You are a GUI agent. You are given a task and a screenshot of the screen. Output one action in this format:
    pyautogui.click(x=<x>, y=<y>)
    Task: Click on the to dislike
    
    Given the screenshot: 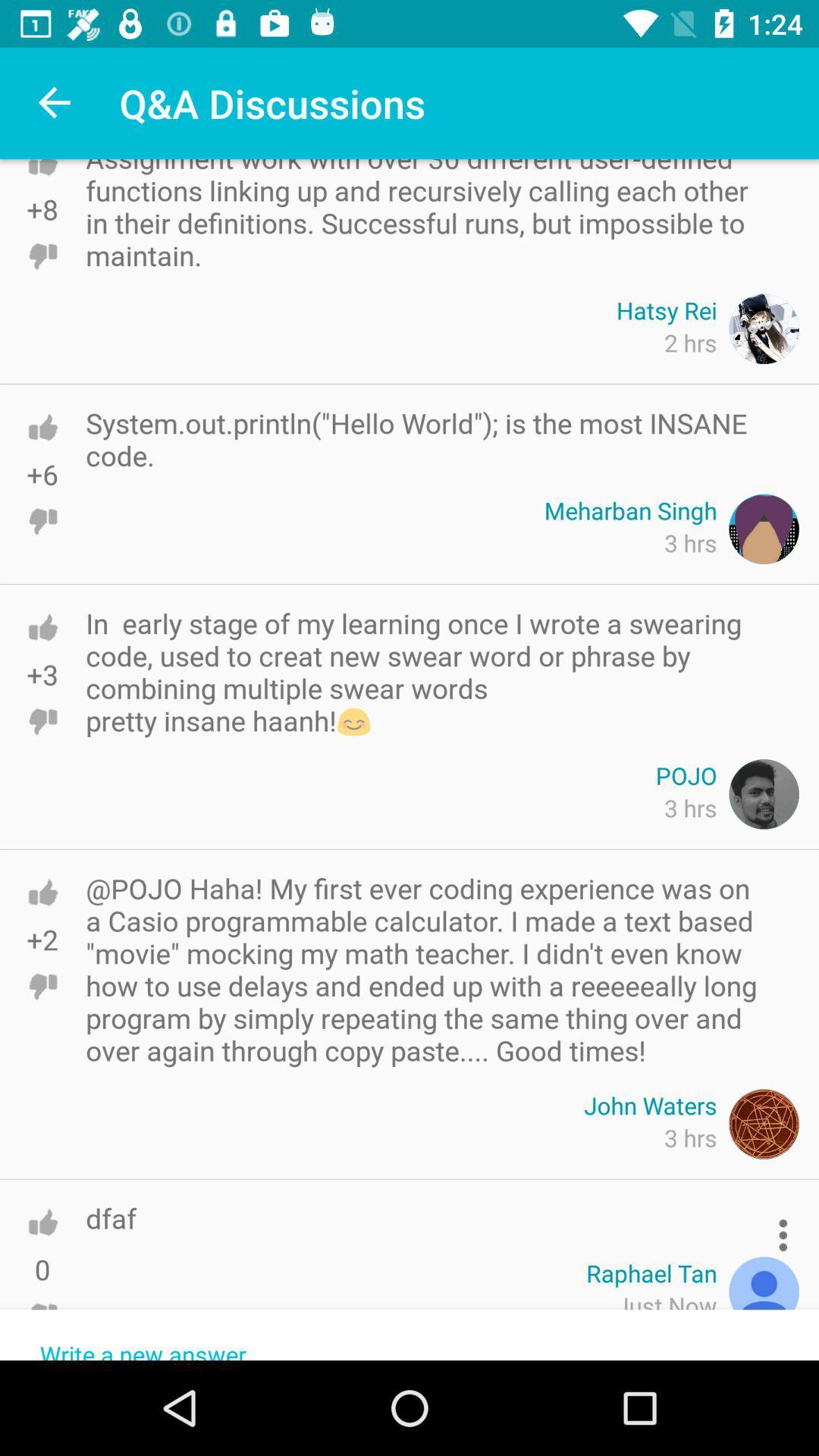 What is the action you would take?
    pyautogui.click(x=42, y=720)
    